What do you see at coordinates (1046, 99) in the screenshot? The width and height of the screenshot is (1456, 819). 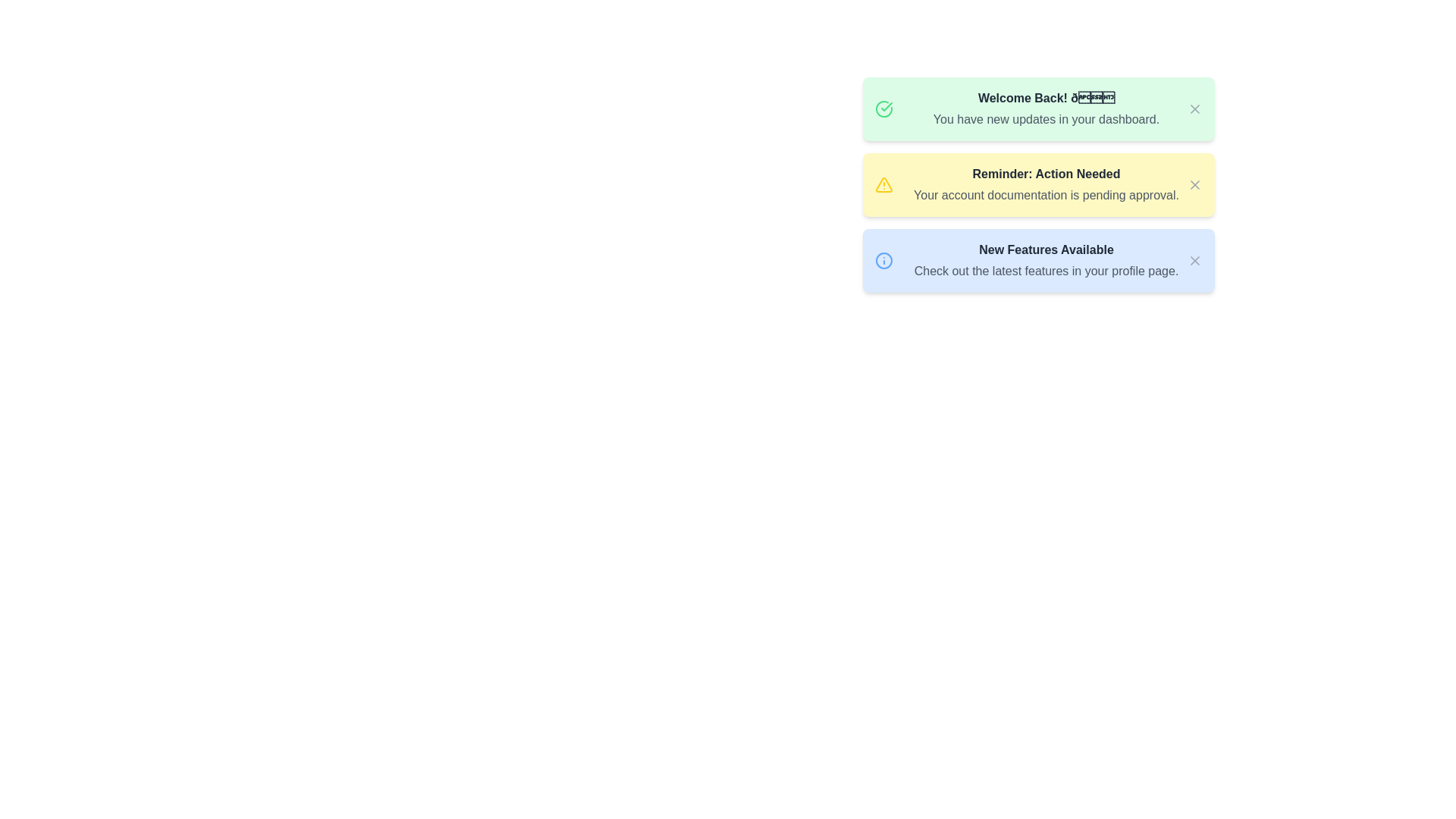 I see `the static text displaying 'Welcome Back! 🎉' in bold dark gray font, located at the top center of the green notification card` at bounding box center [1046, 99].